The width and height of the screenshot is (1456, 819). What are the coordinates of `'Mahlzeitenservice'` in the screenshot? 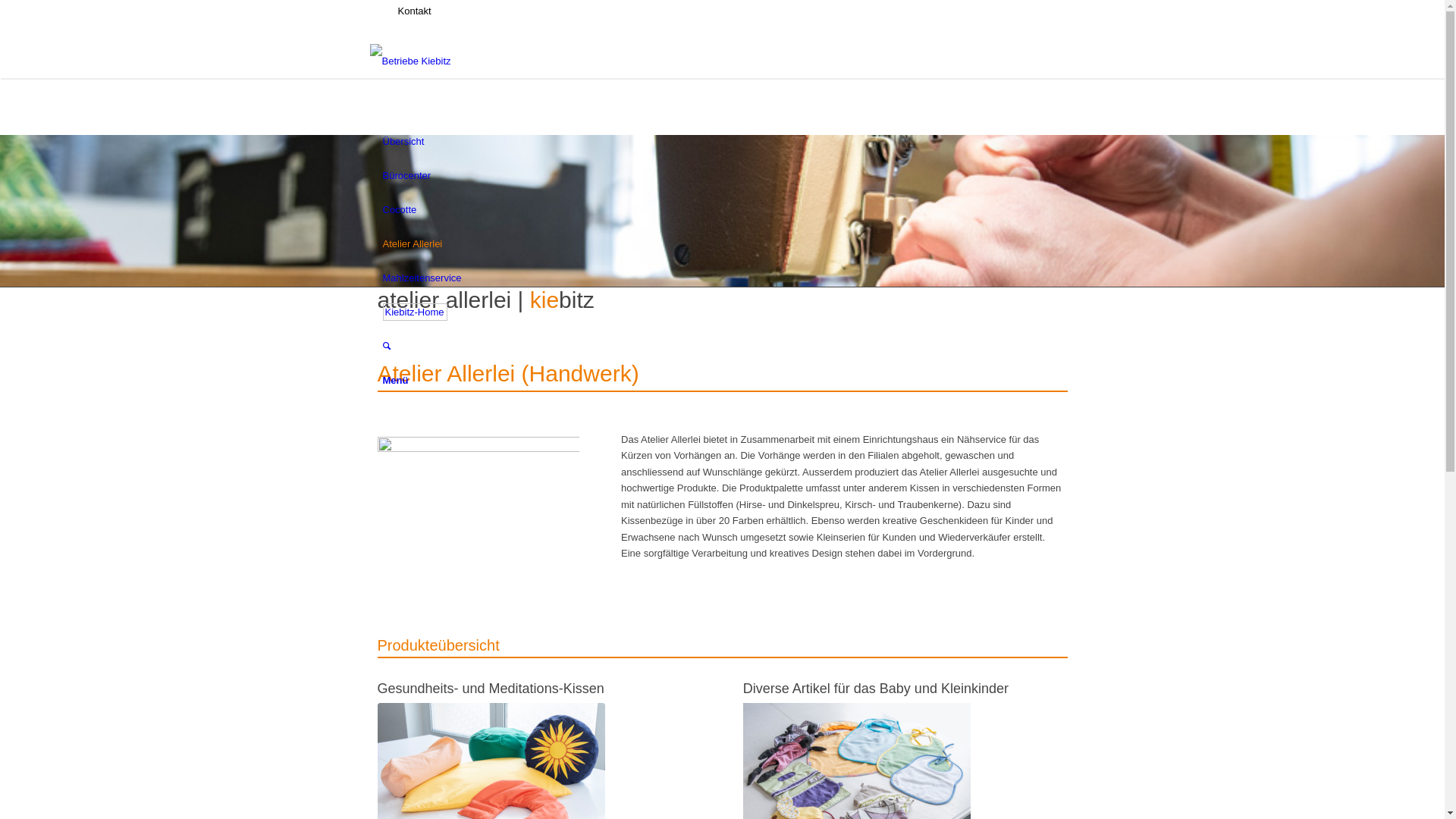 It's located at (422, 278).